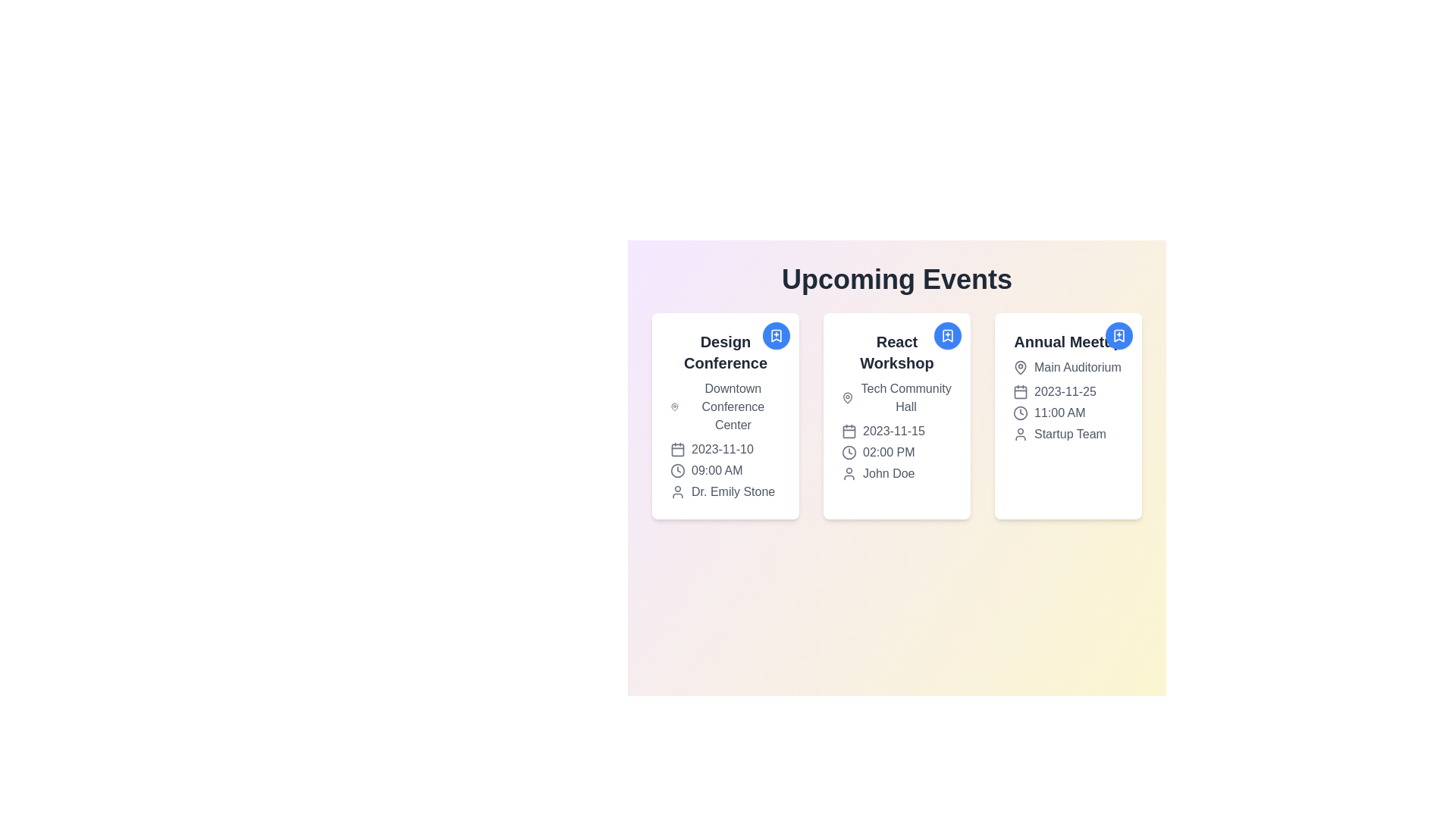 The height and width of the screenshot is (819, 1456). Describe the element at coordinates (1068, 435) in the screenshot. I see `text labeled 'Startup Team' located in the lower part of the 'Annual Meetup' card, just below the event time '11:00 AM'` at that location.